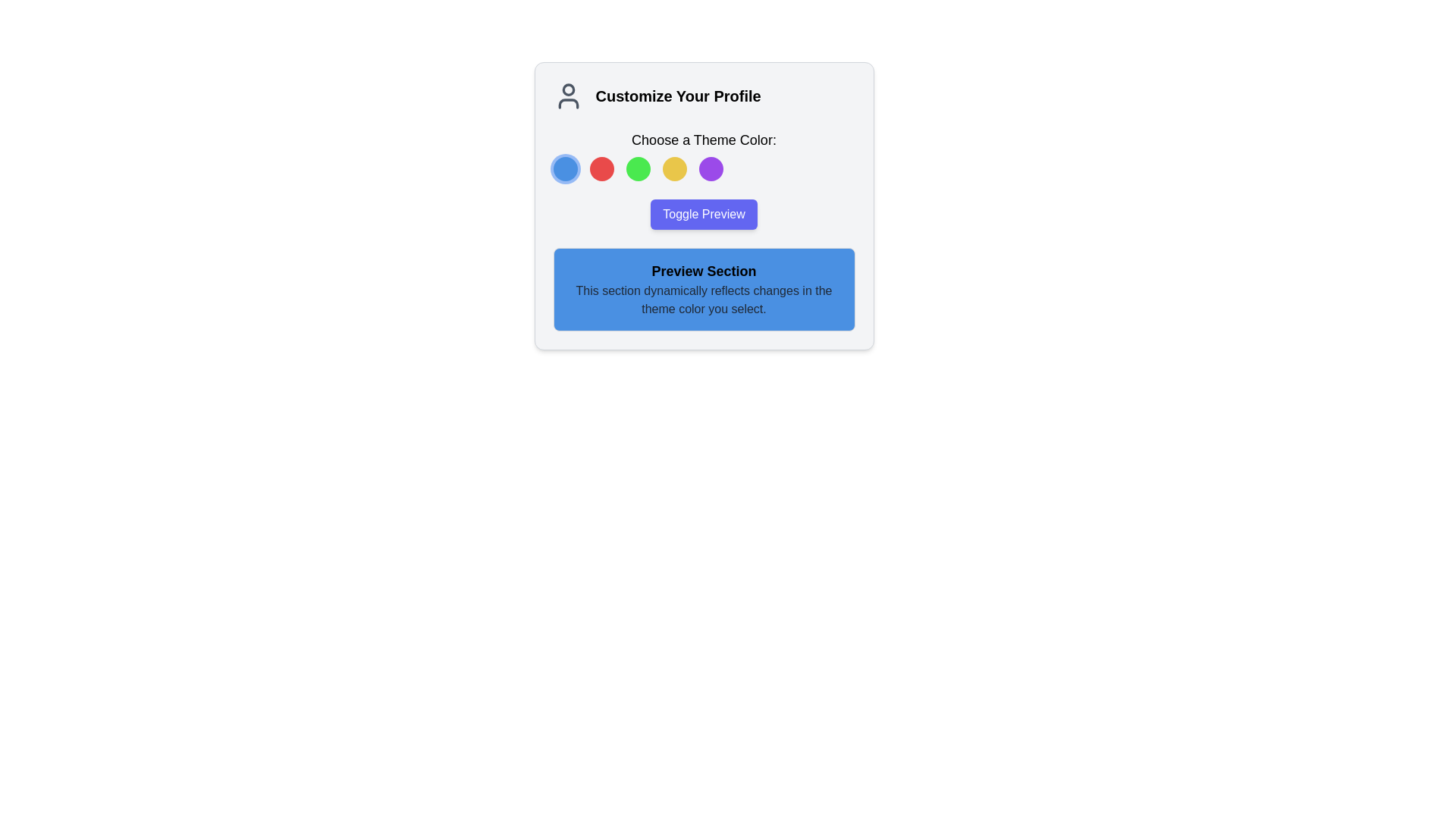  I want to click on the fifth circular button labeled 'Choose a Theme Color', so click(710, 169).